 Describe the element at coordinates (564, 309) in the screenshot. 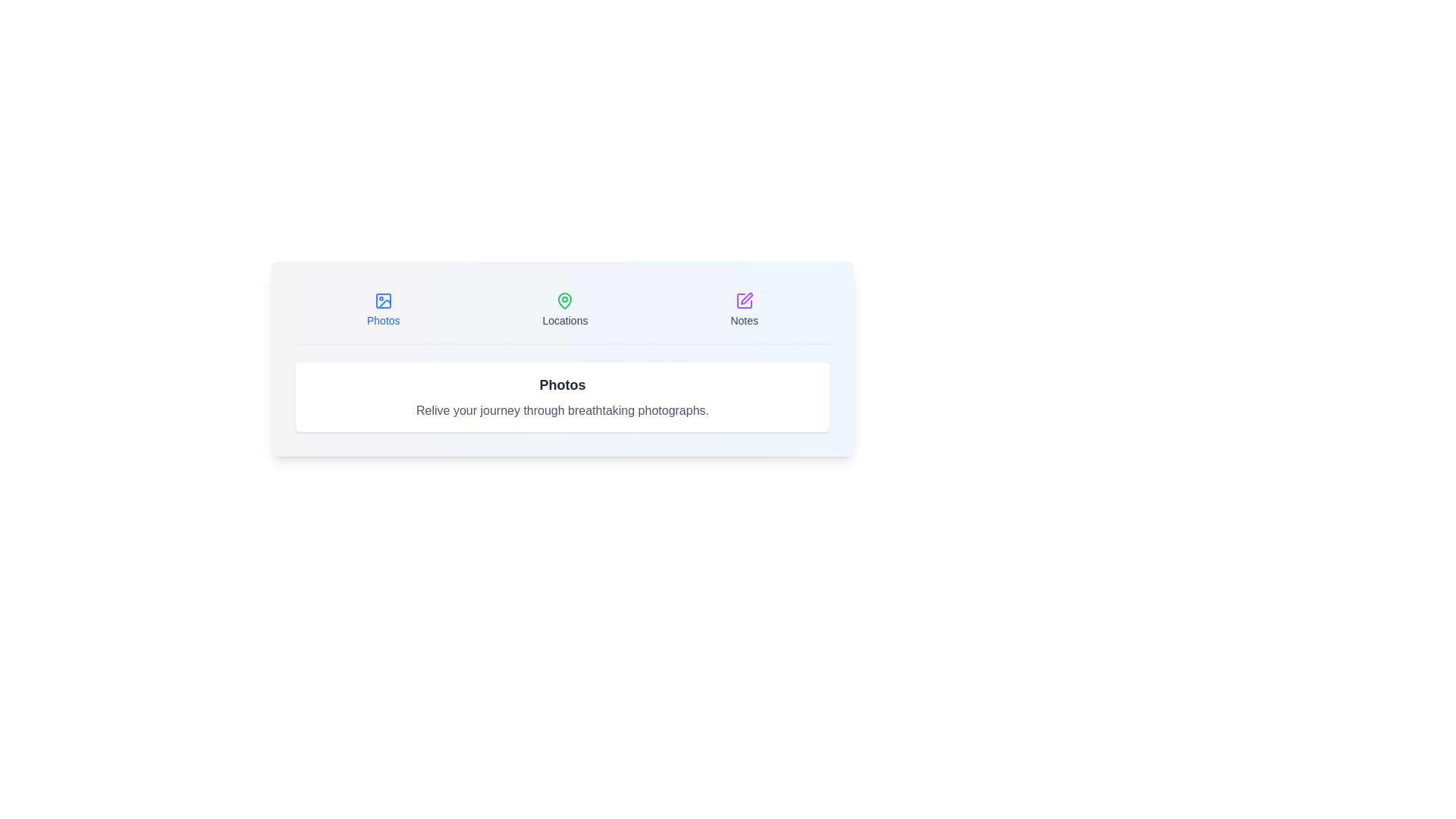

I see `the Locations tab by clicking on it` at that location.